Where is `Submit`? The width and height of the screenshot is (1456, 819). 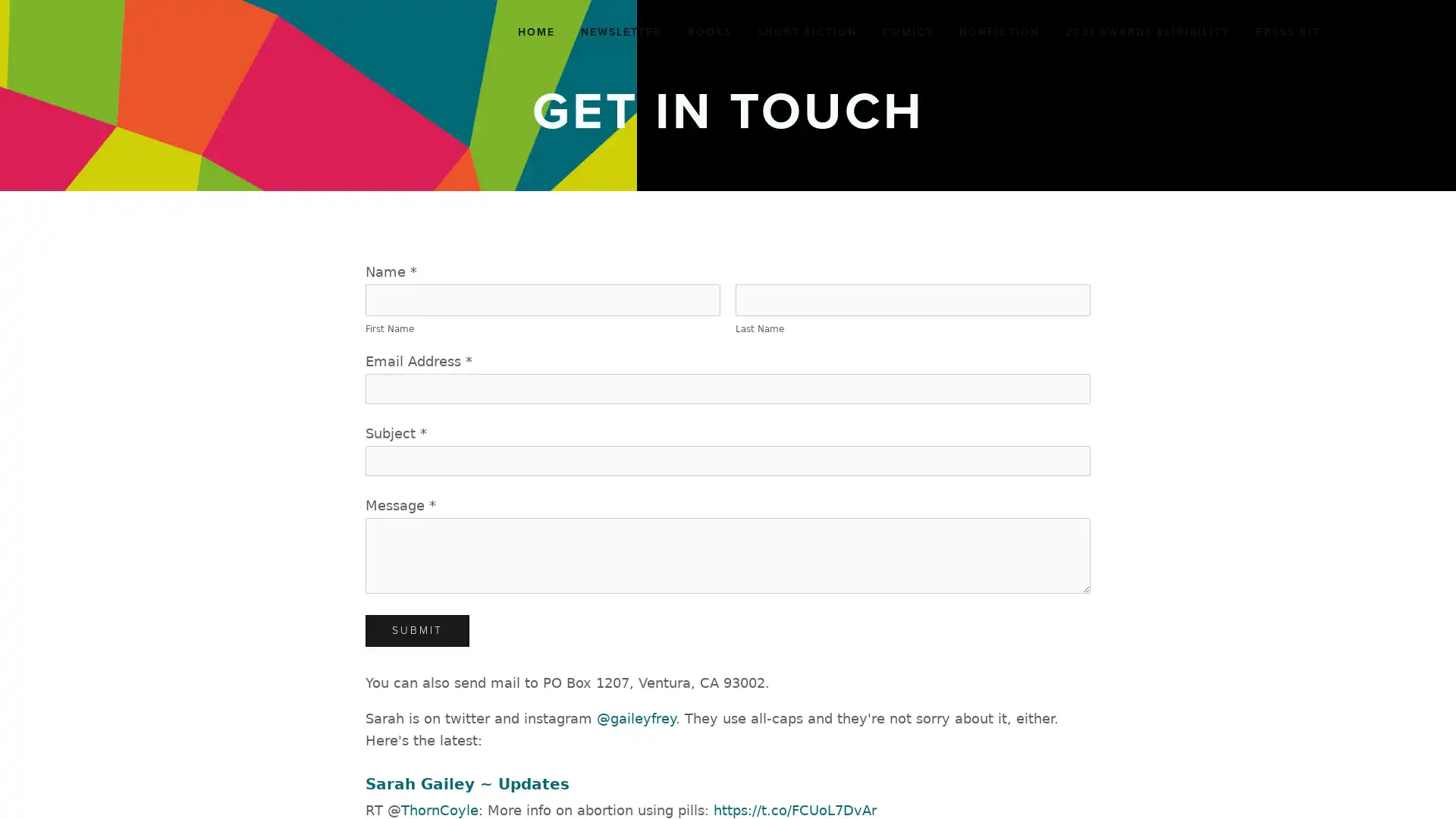
Submit is located at coordinates (417, 631).